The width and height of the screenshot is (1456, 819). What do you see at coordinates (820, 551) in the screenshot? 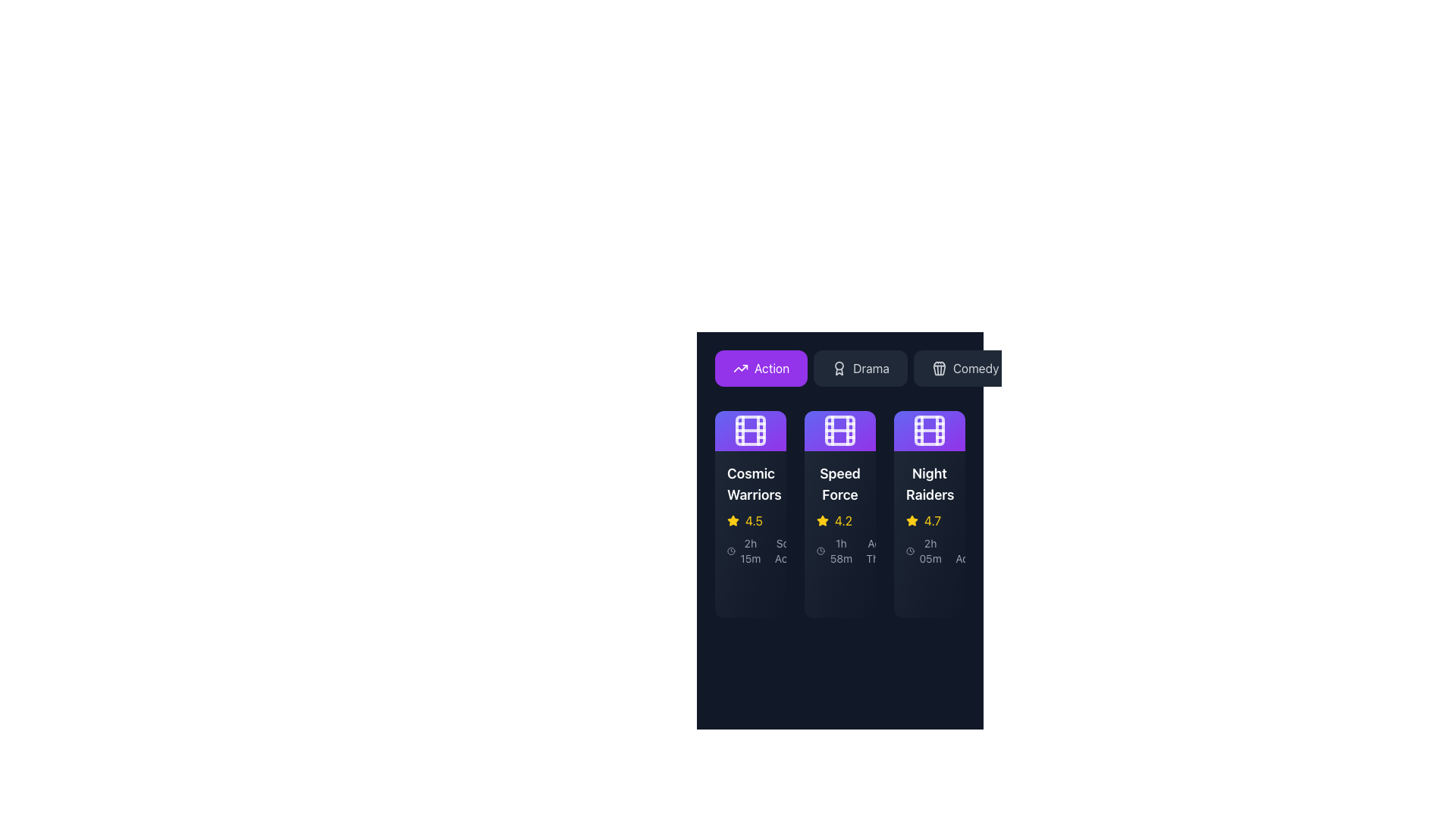
I see `the icon representing the movie duration located in the second card from the left, next to the text '1h 58m'` at bounding box center [820, 551].